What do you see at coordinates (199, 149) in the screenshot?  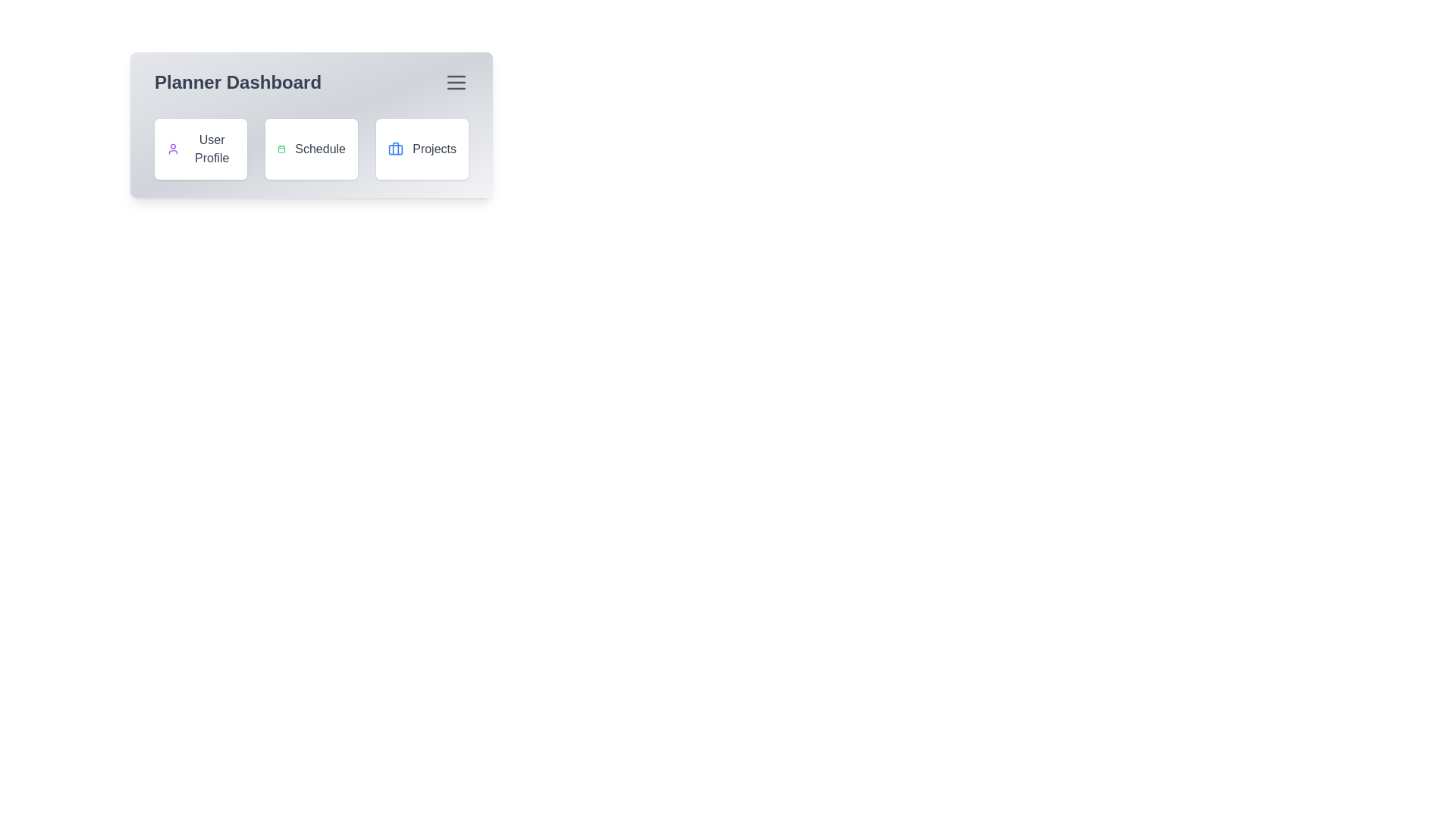 I see `the 'User Profile' button` at bounding box center [199, 149].